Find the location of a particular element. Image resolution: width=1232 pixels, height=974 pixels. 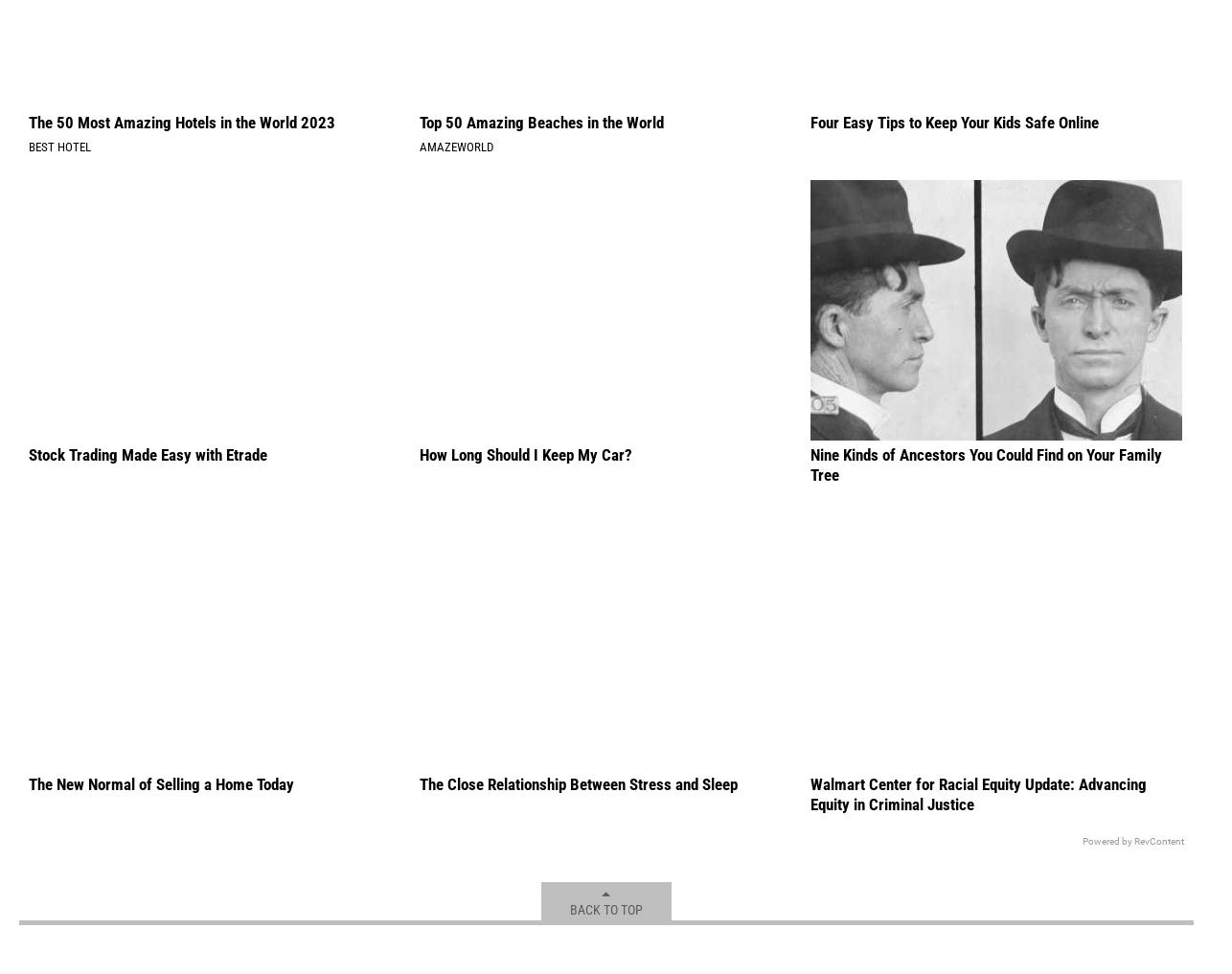

'elections' is located at coordinates (216, 30).